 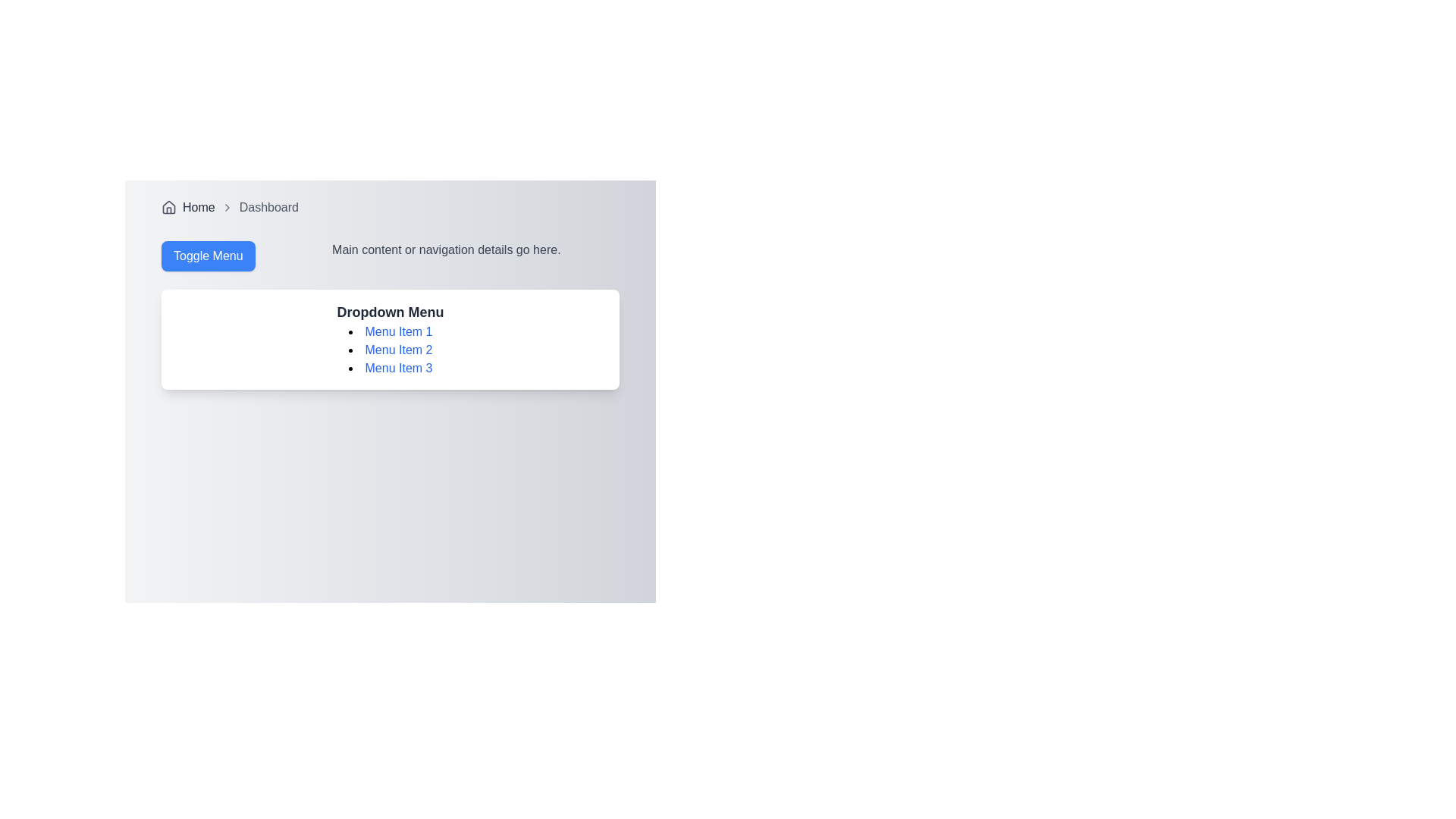 What do you see at coordinates (168, 207) in the screenshot?
I see `the 'Home' SVG icon located in the upper-left corner of the interface` at bounding box center [168, 207].